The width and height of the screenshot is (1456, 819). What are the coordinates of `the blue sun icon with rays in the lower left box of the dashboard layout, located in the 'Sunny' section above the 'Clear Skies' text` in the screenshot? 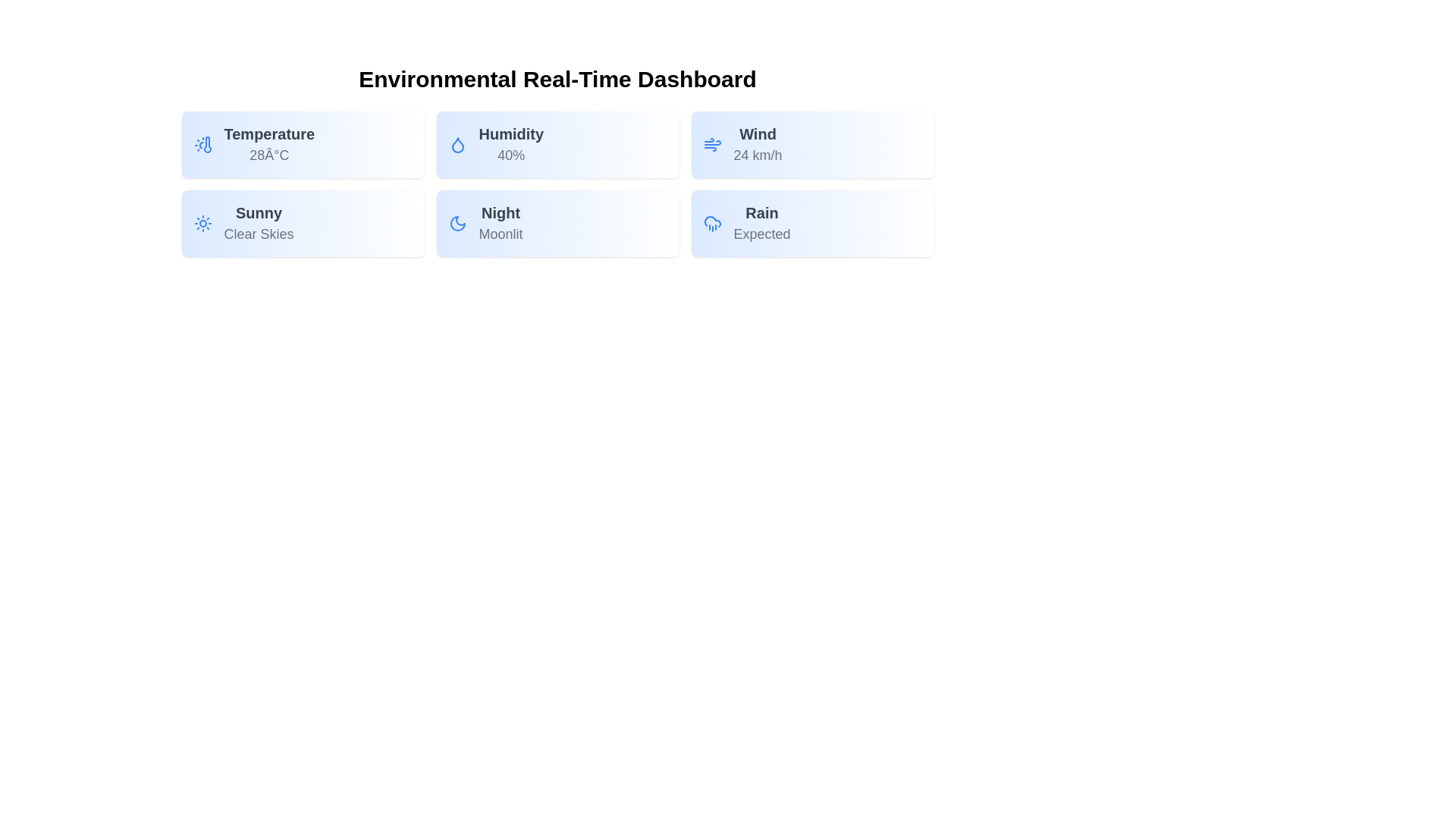 It's located at (202, 223).